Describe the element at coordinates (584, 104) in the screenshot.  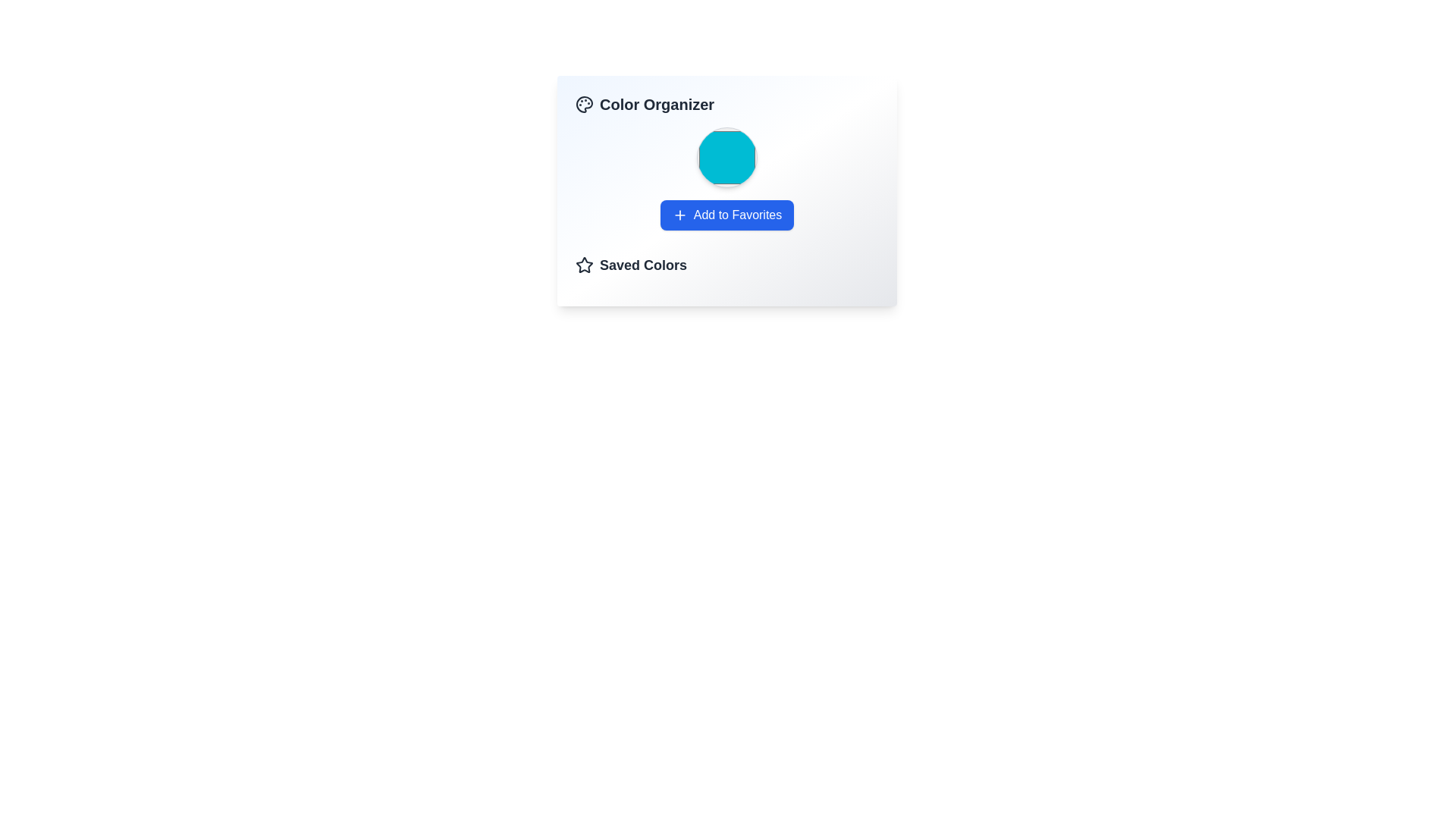
I see `the small monochromatic palette icon located to the immediate left of the 'Color Organizer' text in the title section of the card` at that location.